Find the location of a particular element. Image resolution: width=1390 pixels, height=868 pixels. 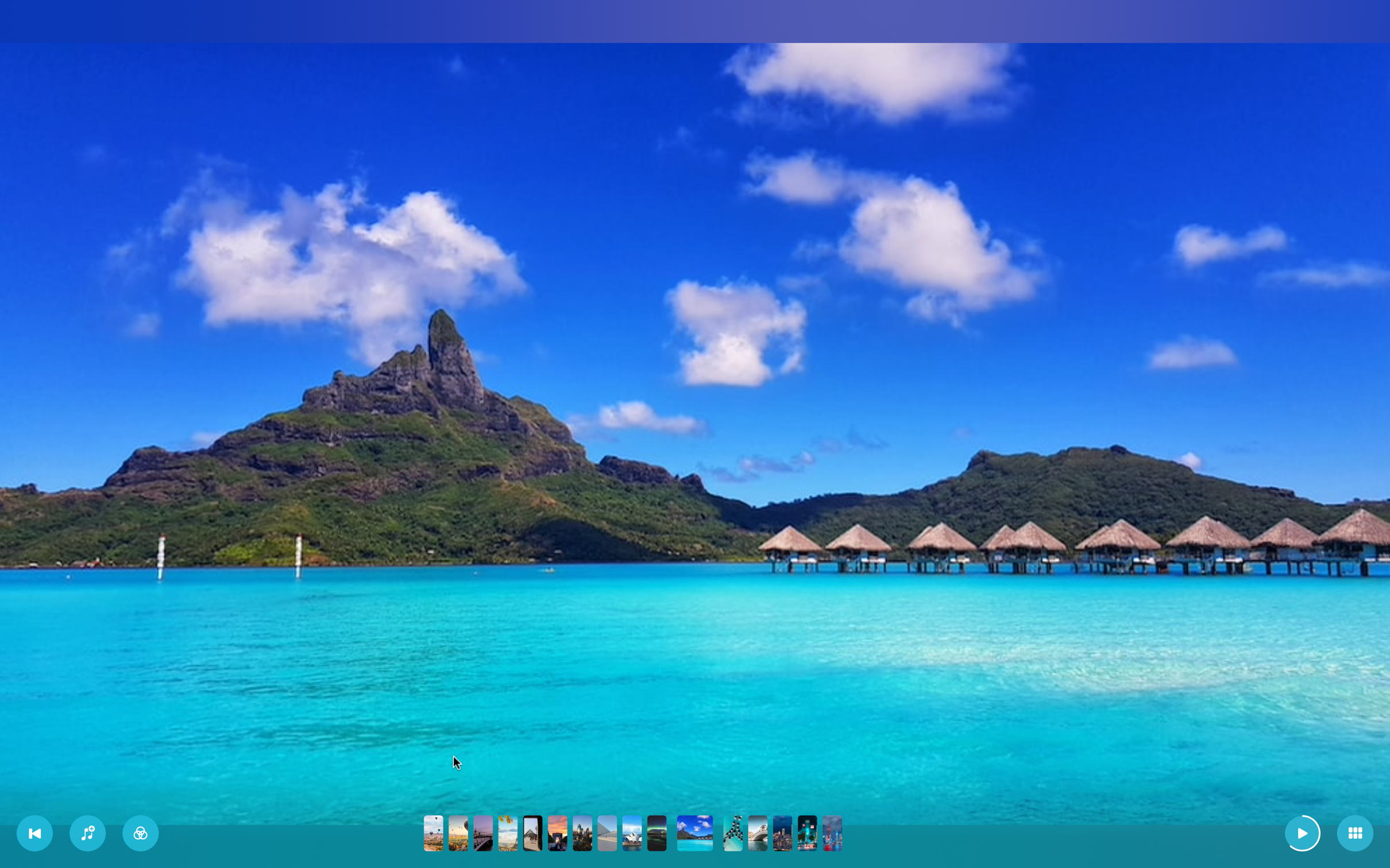

Go to the second picture in the slideshow is located at coordinates (458, 832).